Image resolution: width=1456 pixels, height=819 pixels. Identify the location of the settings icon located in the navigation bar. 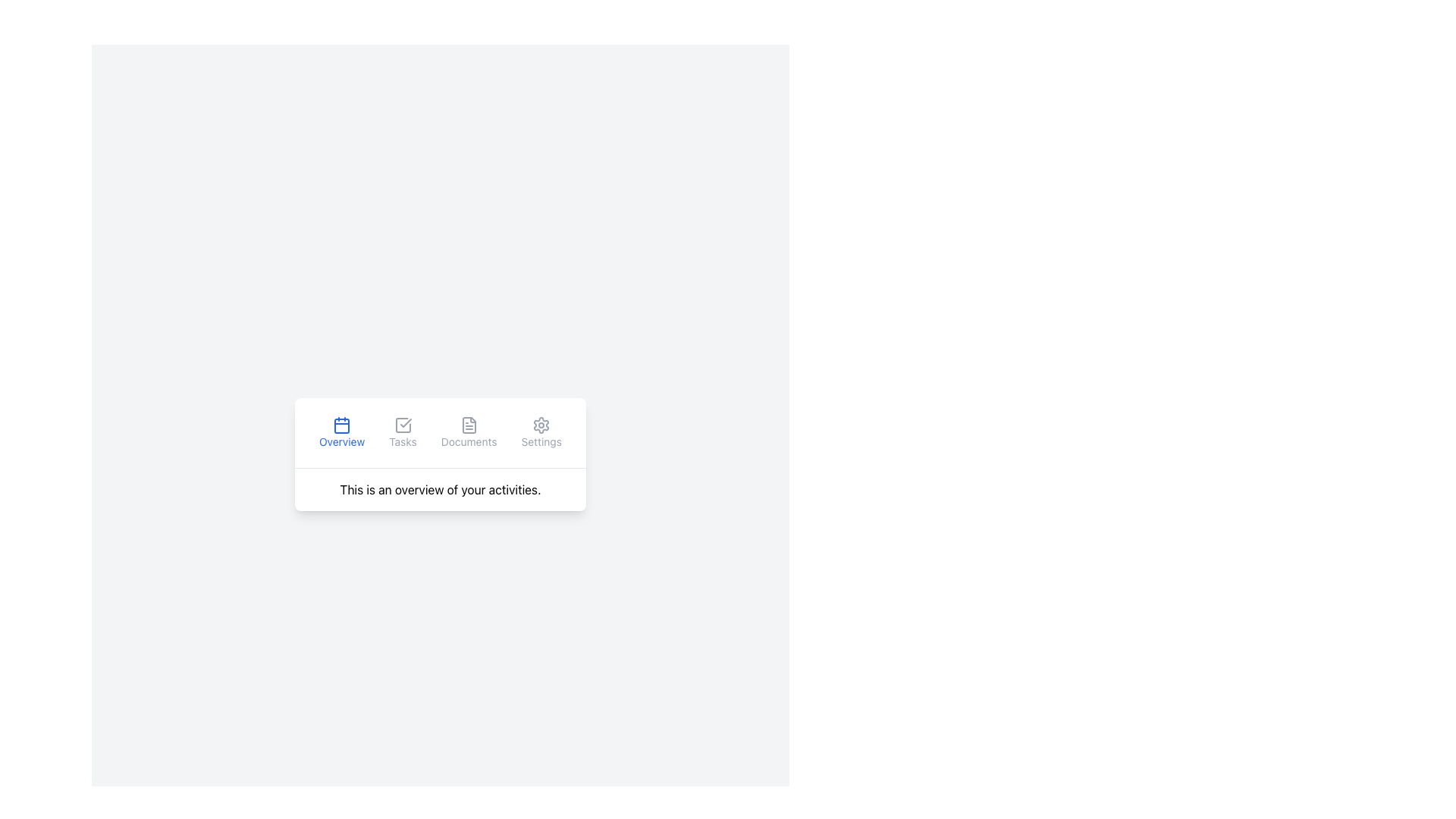
(541, 424).